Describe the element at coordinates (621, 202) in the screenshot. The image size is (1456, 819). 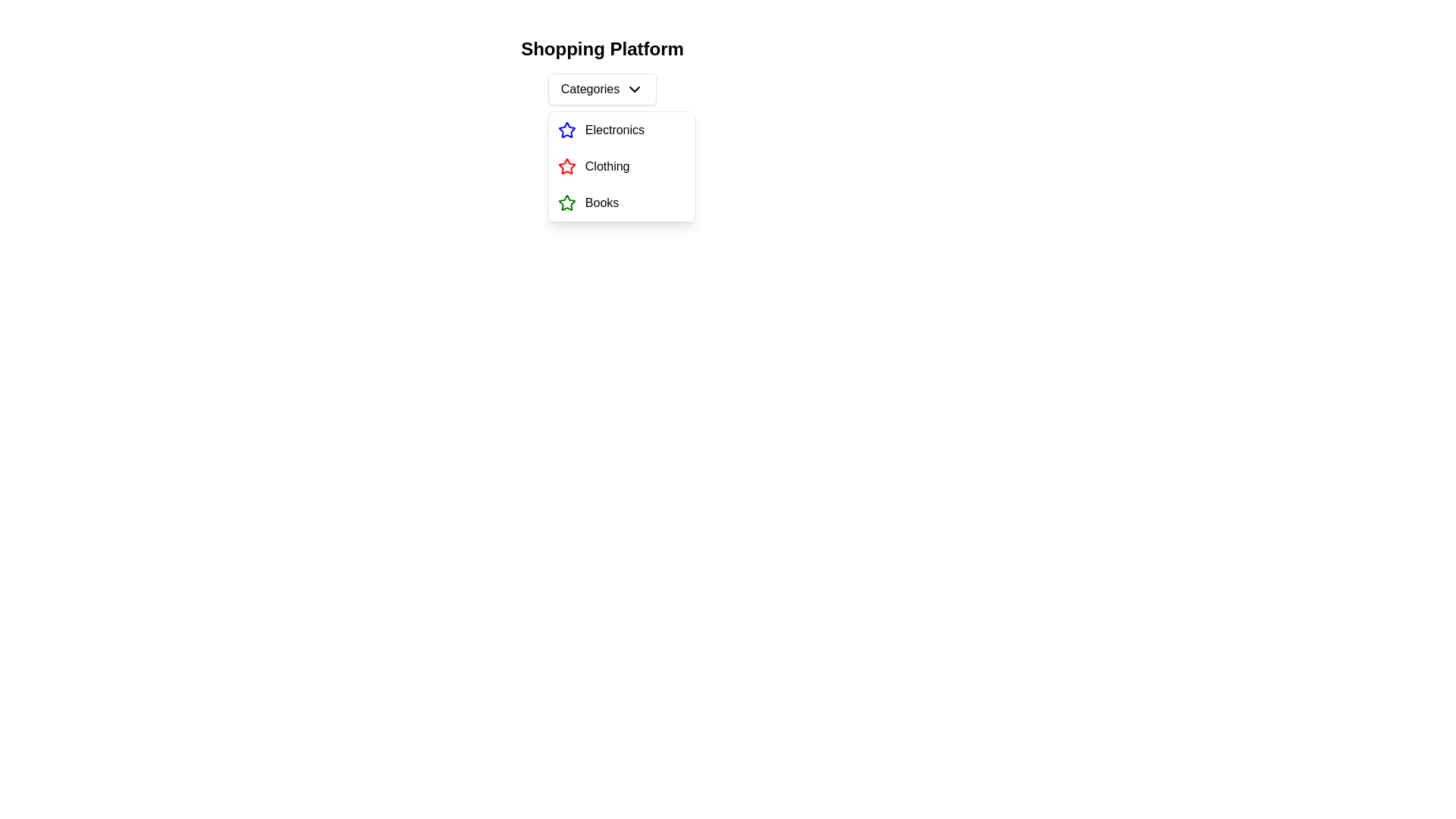
I see `to select the 'Books' menu item, which is the third item in the dropdown list of categories, positioned below 'Electronics' and 'Clothing'` at that location.